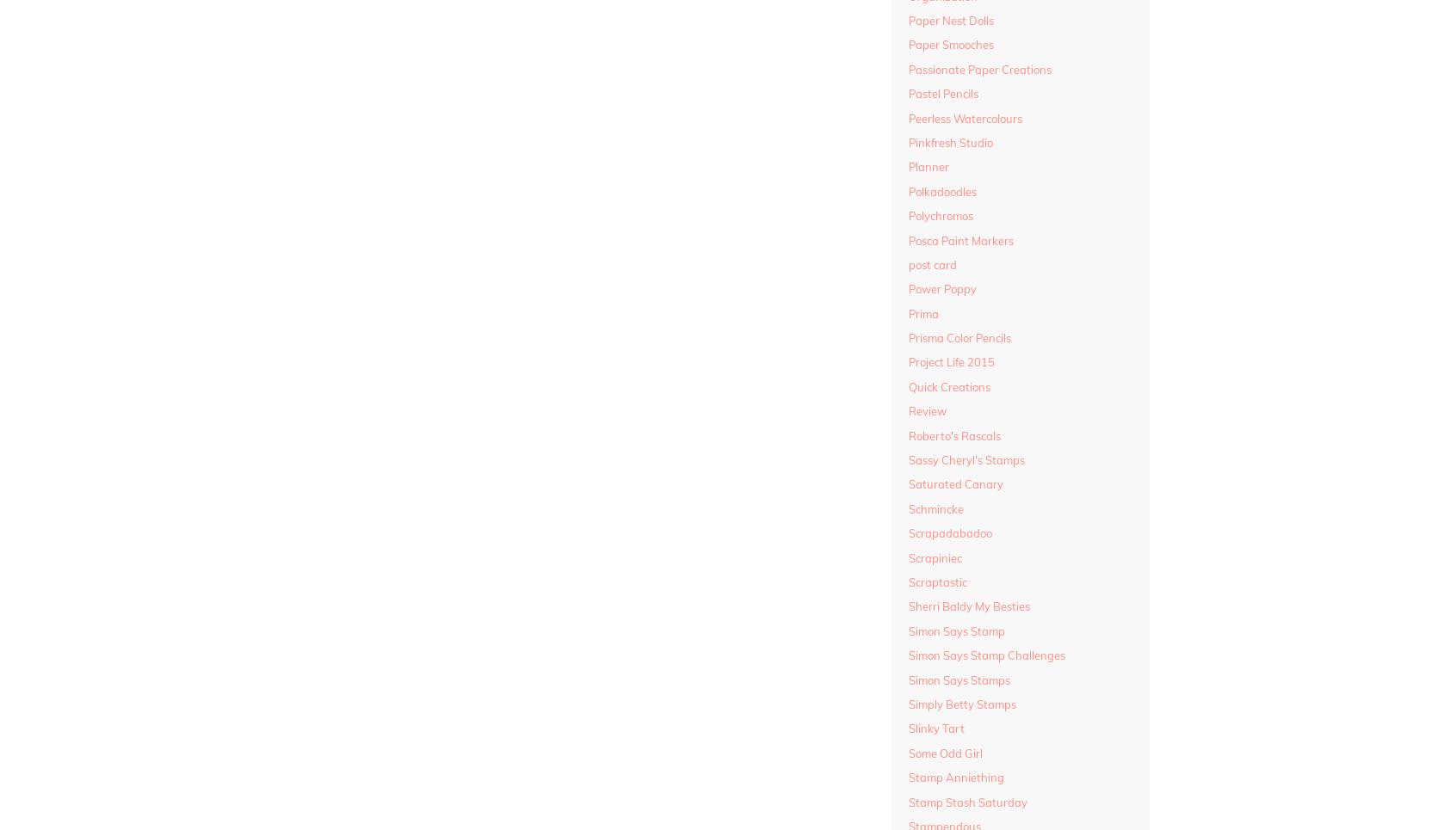 This screenshot has height=830, width=1456. I want to click on 'Project Life 2015', so click(951, 362).